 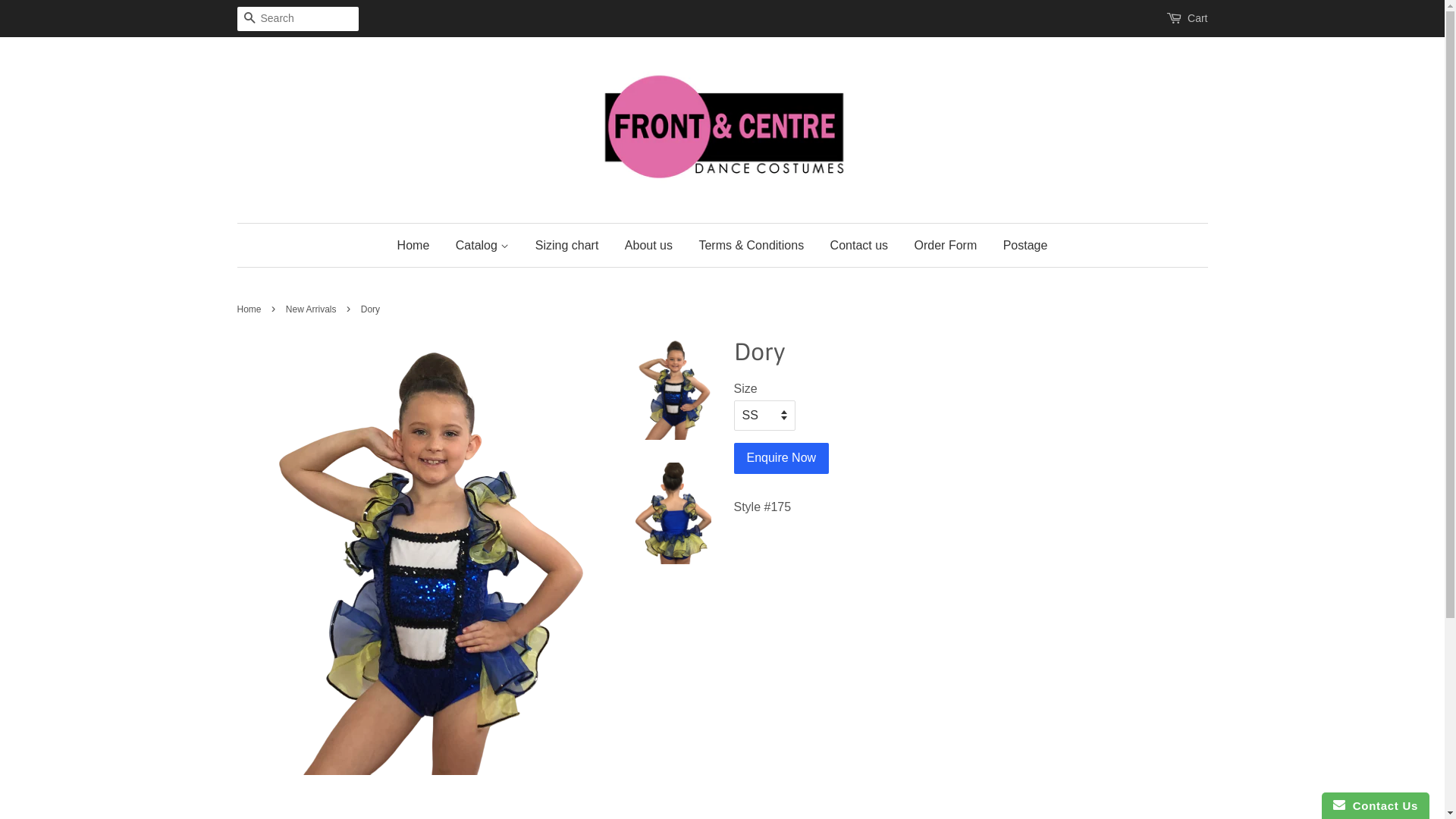 I want to click on 'About us', so click(x=648, y=244).